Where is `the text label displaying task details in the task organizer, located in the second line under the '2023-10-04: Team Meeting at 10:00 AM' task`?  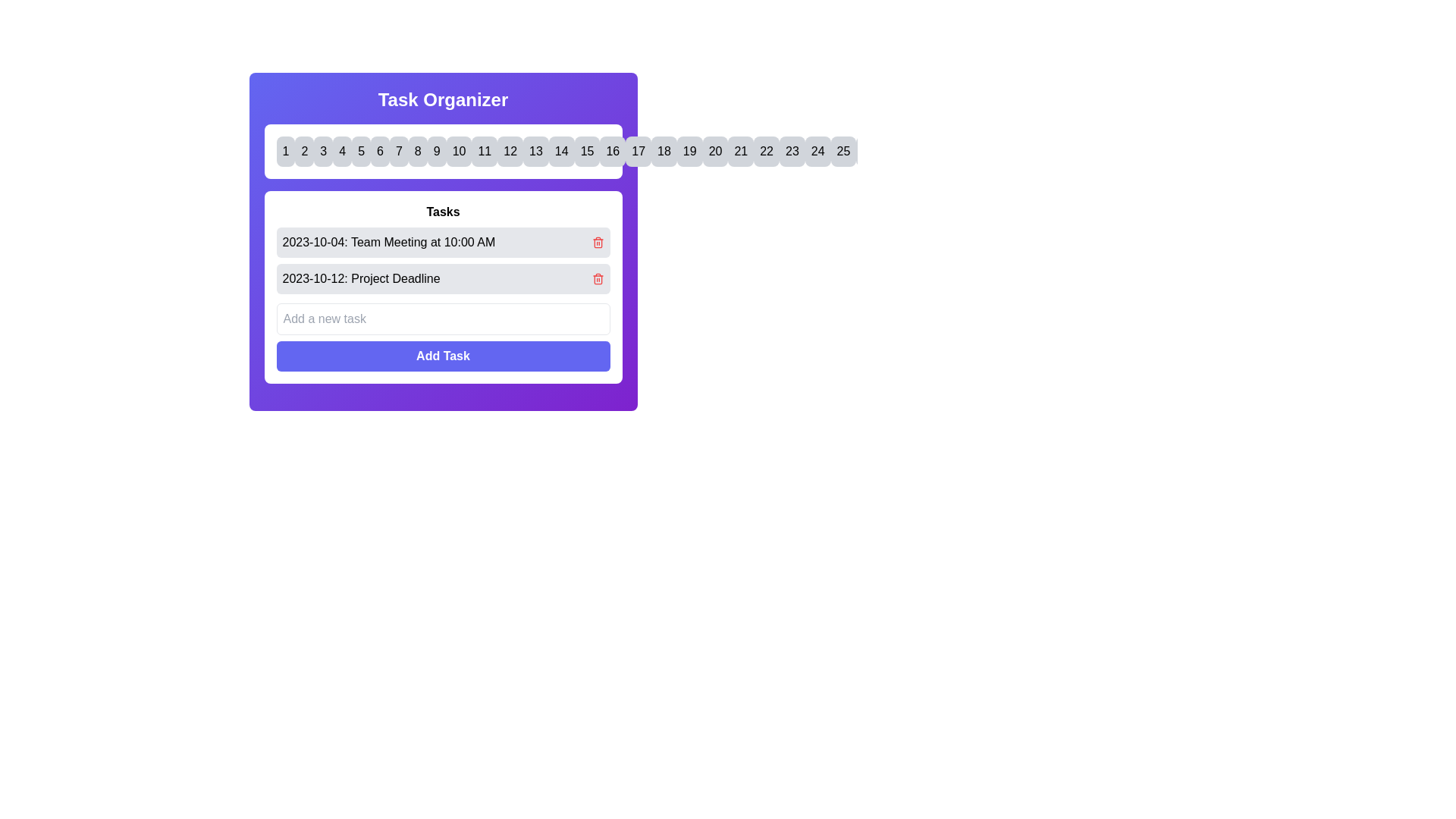
the text label displaying task details in the task organizer, located in the second line under the '2023-10-04: Team Meeting at 10:00 AM' task is located at coordinates (360, 278).